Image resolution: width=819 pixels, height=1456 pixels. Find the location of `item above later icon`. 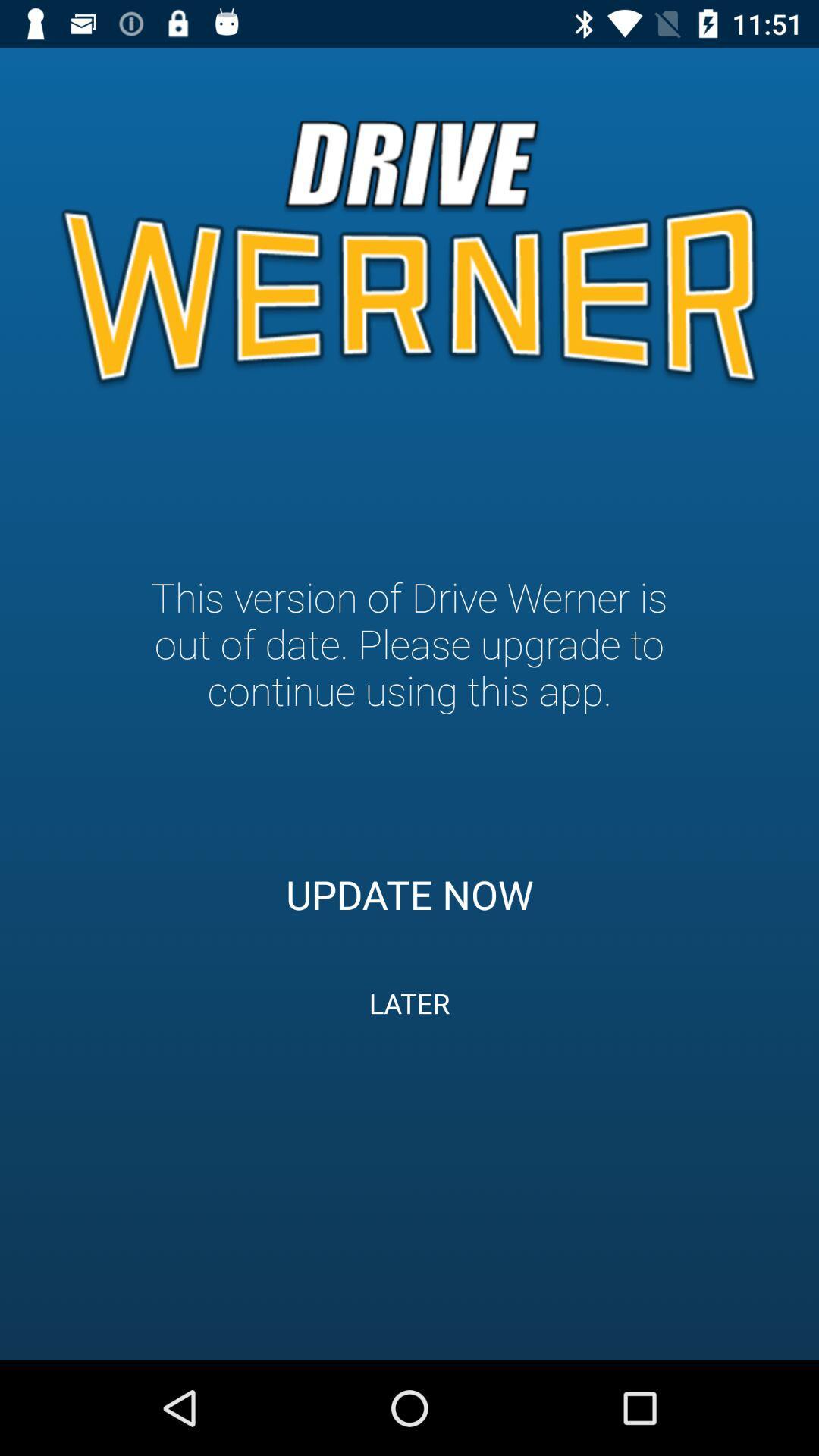

item above later icon is located at coordinates (409, 894).